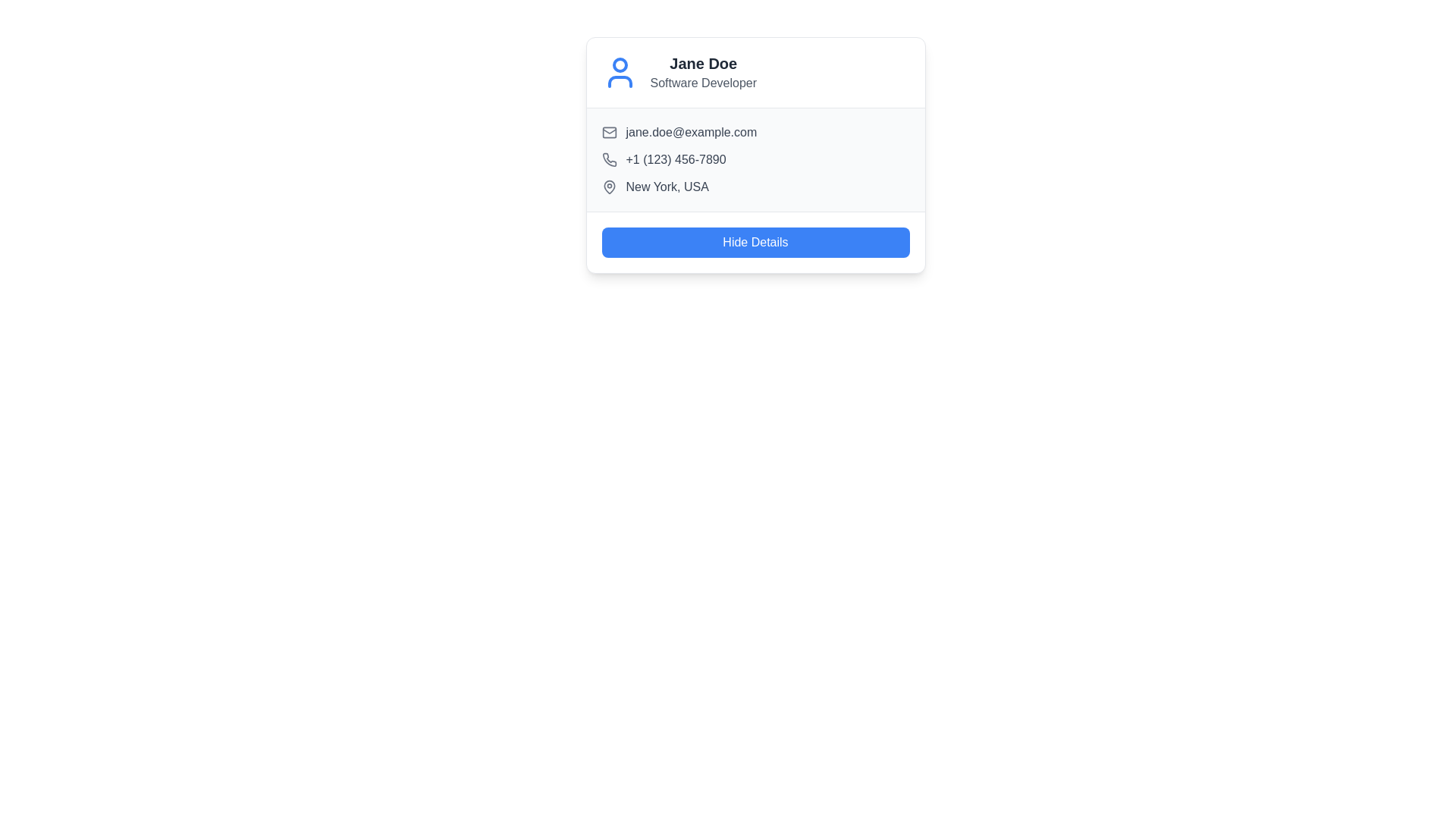 The height and width of the screenshot is (819, 1456). What do you see at coordinates (609, 159) in the screenshot?
I see `the phone contact icon located in the center-left part of the contact card layout` at bounding box center [609, 159].